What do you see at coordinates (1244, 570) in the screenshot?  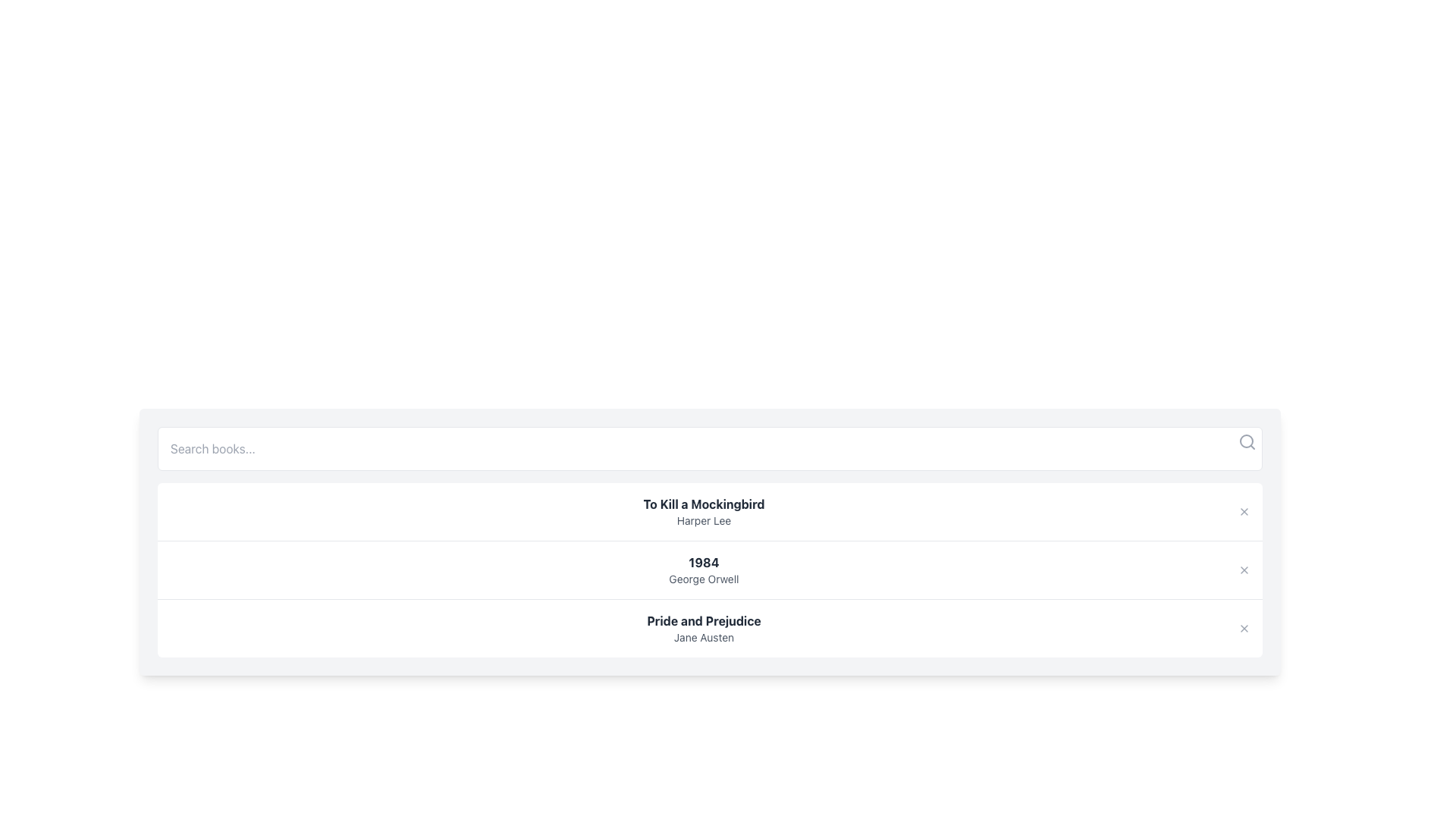 I see `the 'x' icon on the far-right side of the book entry for '1984' by George Orwell` at bounding box center [1244, 570].